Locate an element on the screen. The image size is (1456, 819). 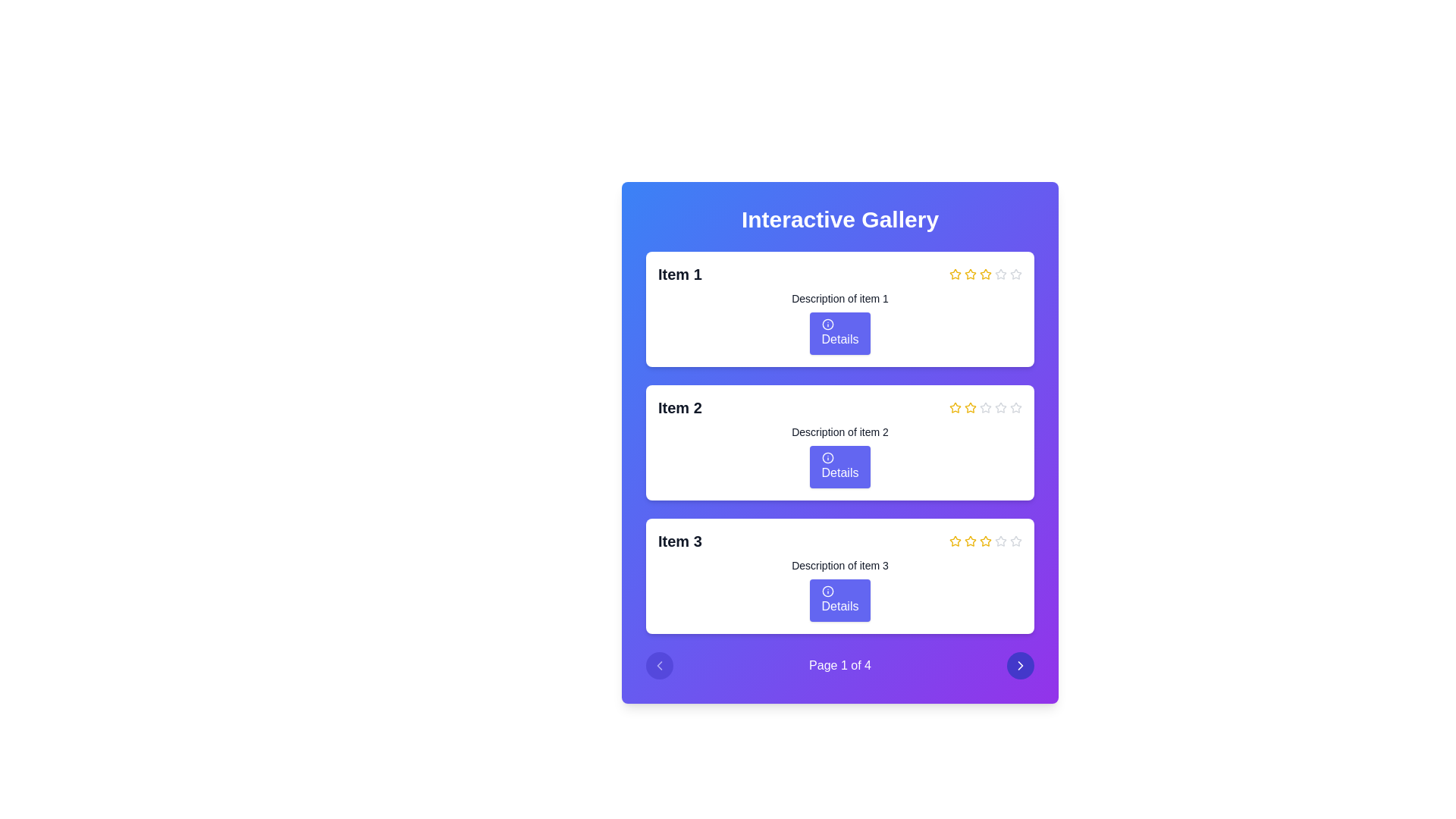
the navigation icon located in the circular button at the bottom-left corner of the interface is located at coordinates (659, 665).